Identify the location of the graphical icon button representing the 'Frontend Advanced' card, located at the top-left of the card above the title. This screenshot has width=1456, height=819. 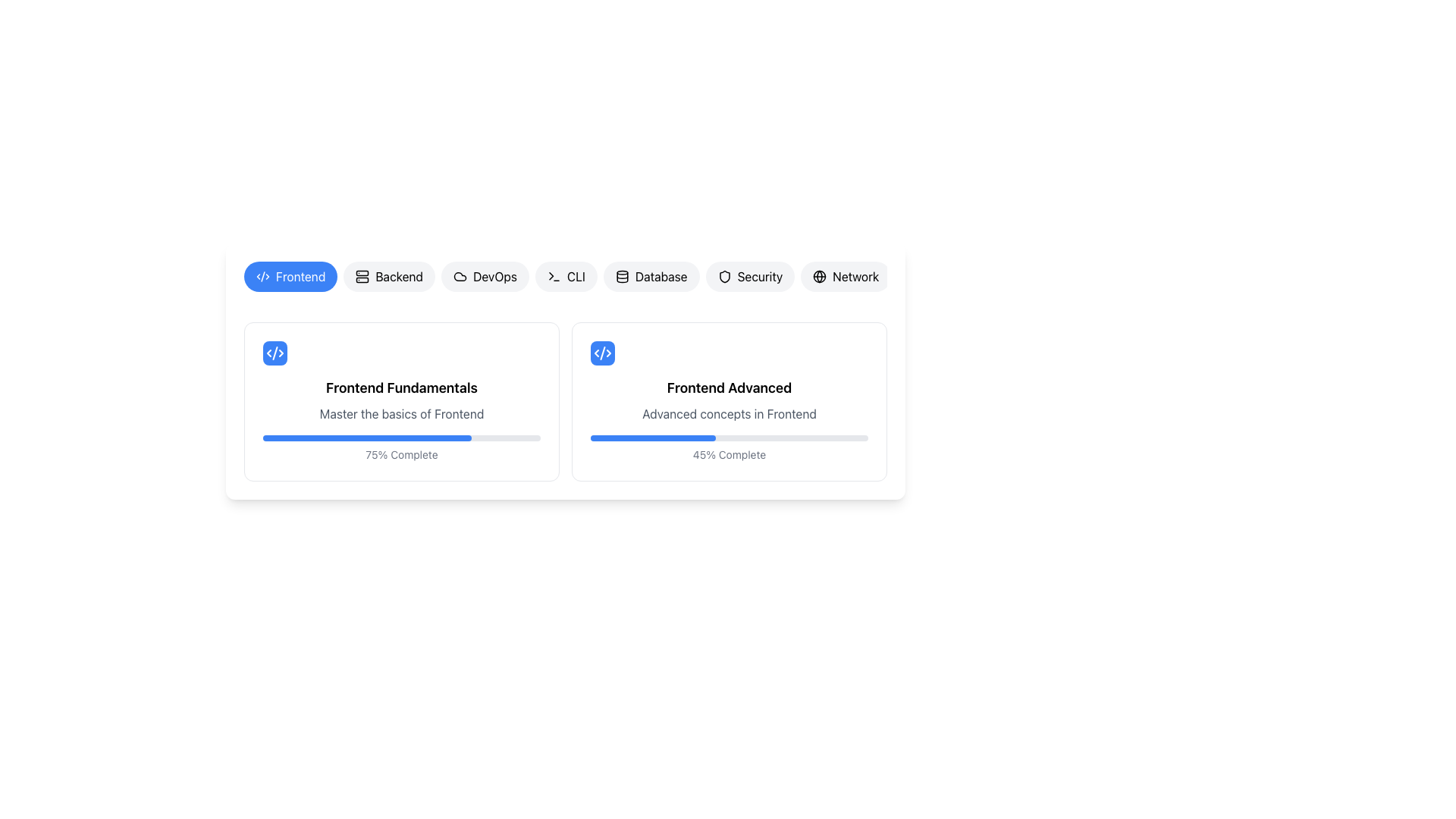
(602, 353).